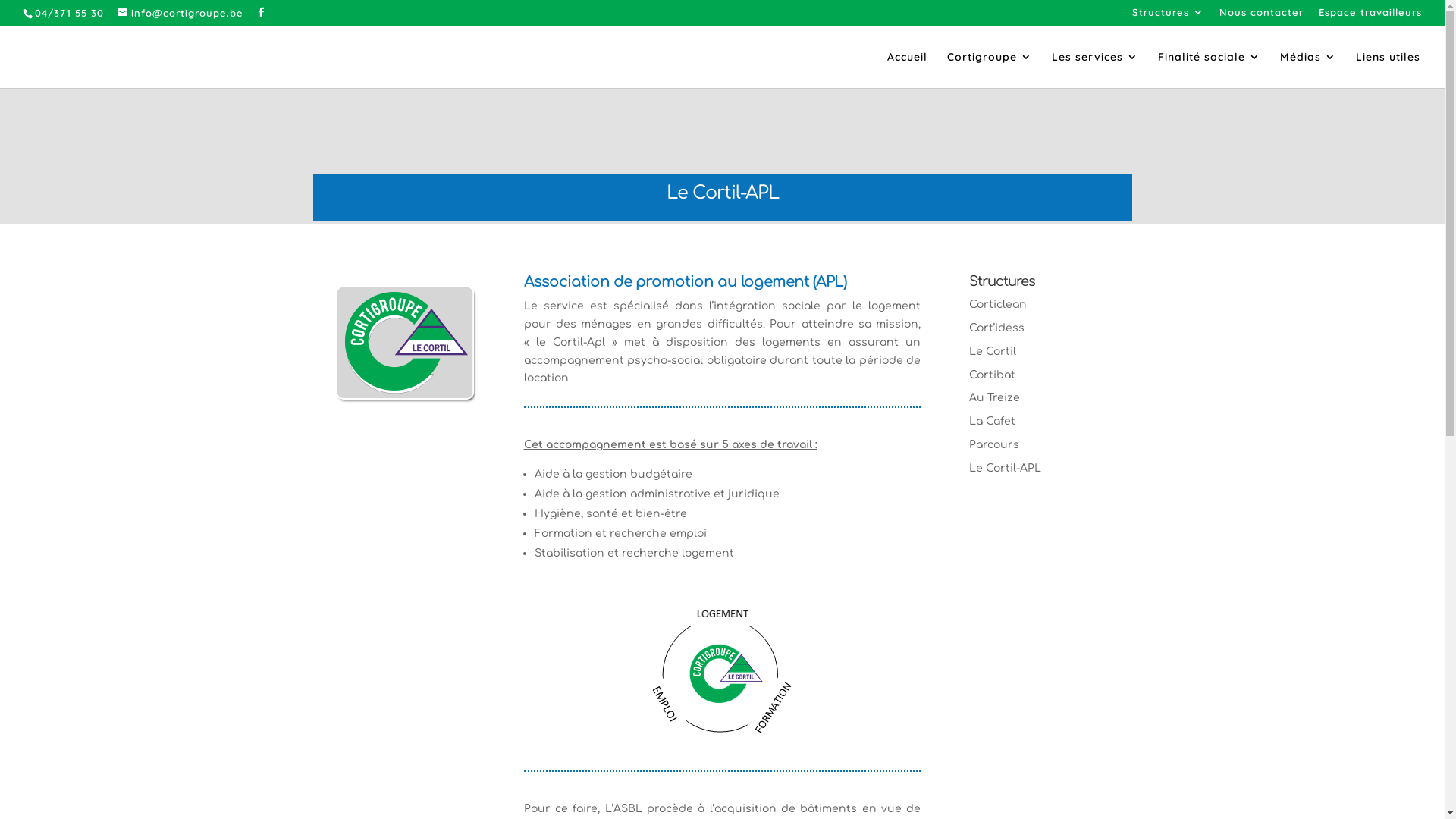  Describe the element at coordinates (946, 70) in the screenshot. I see `'Cortigroupe'` at that location.